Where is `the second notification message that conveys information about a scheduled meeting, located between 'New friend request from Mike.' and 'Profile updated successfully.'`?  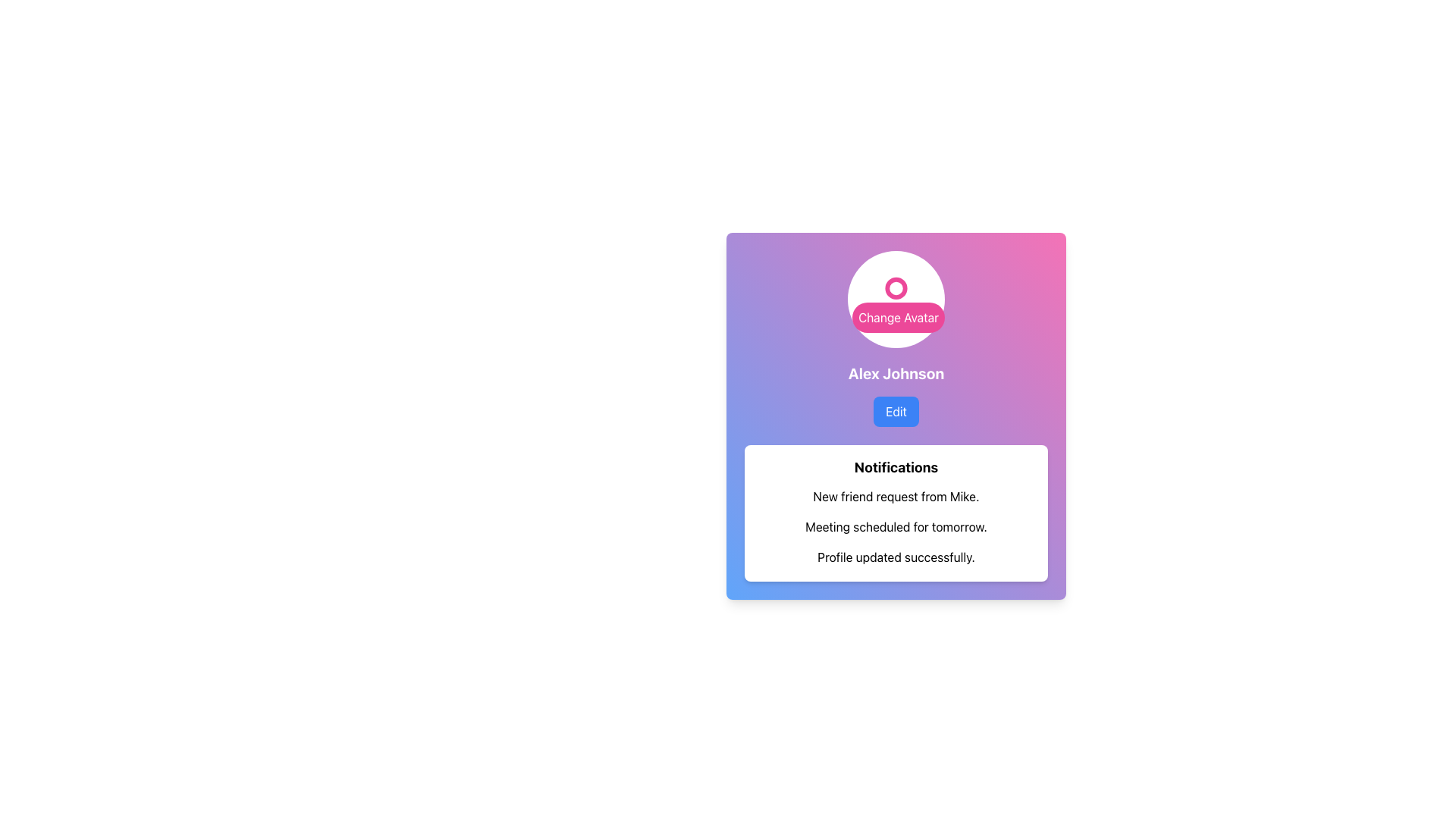 the second notification message that conveys information about a scheduled meeting, located between 'New friend request from Mike.' and 'Profile updated successfully.' is located at coordinates (896, 526).